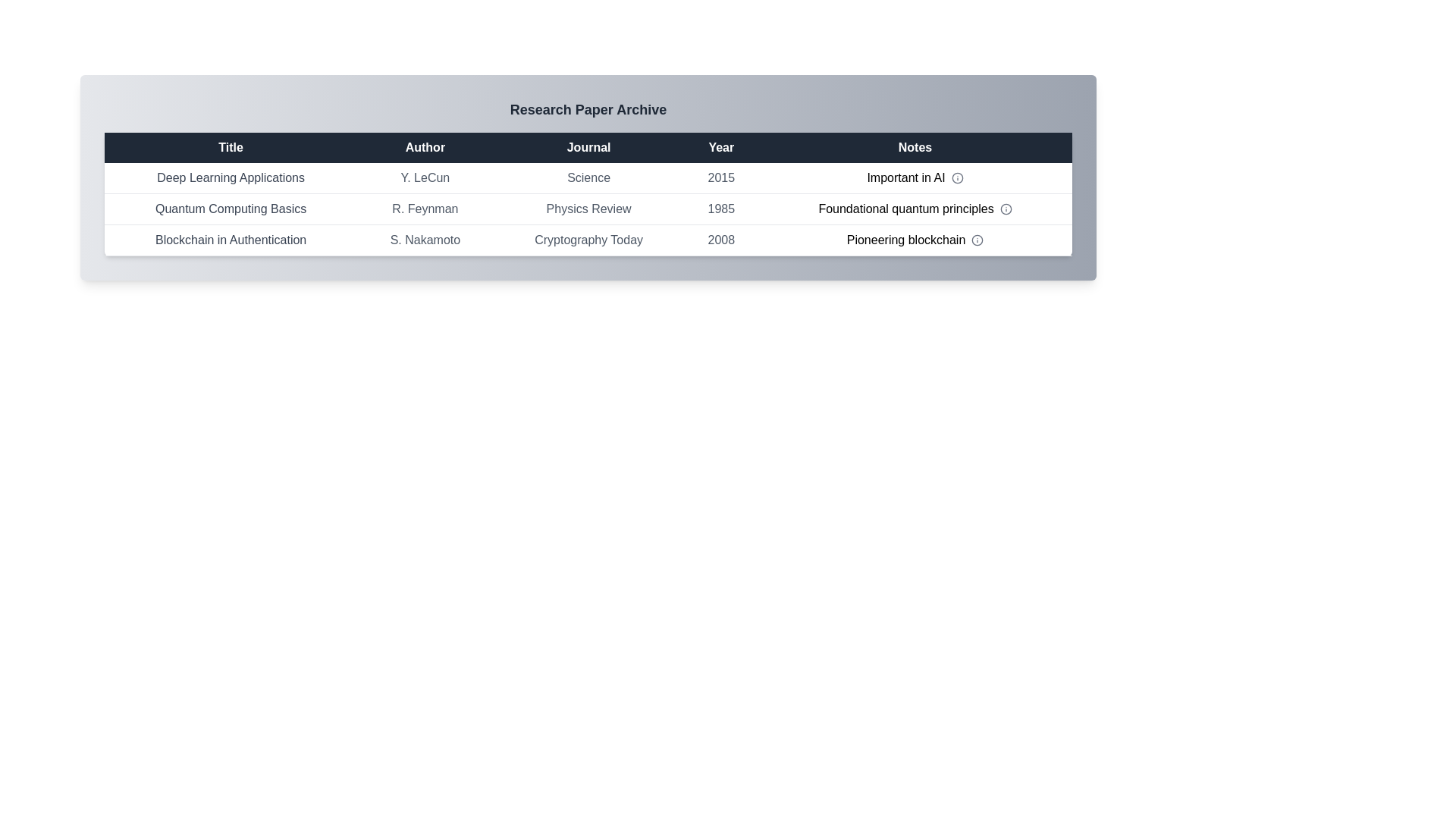  Describe the element at coordinates (1006, 209) in the screenshot. I see `the info icon for the row corresponding to Quantum Computing Basics` at that location.